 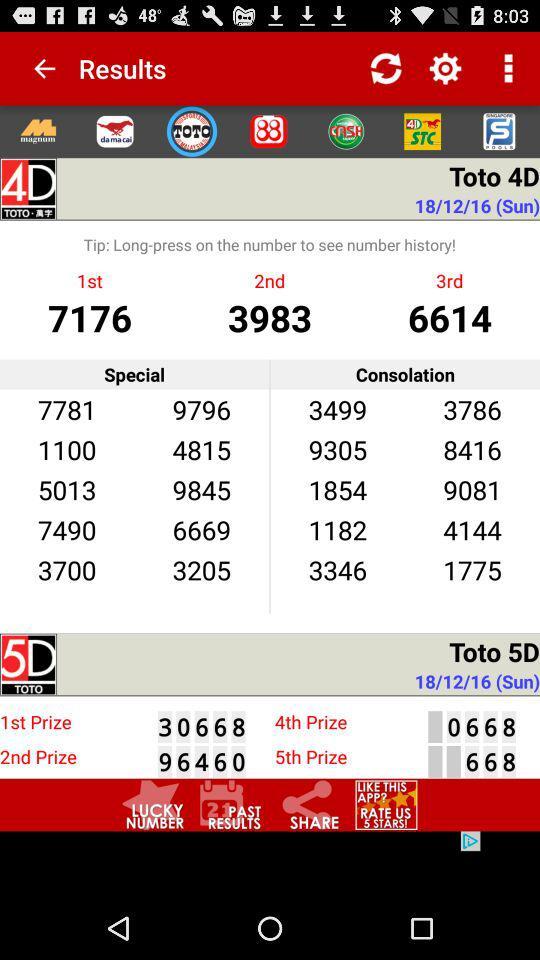 I want to click on selects stc company, so click(x=421, y=130).